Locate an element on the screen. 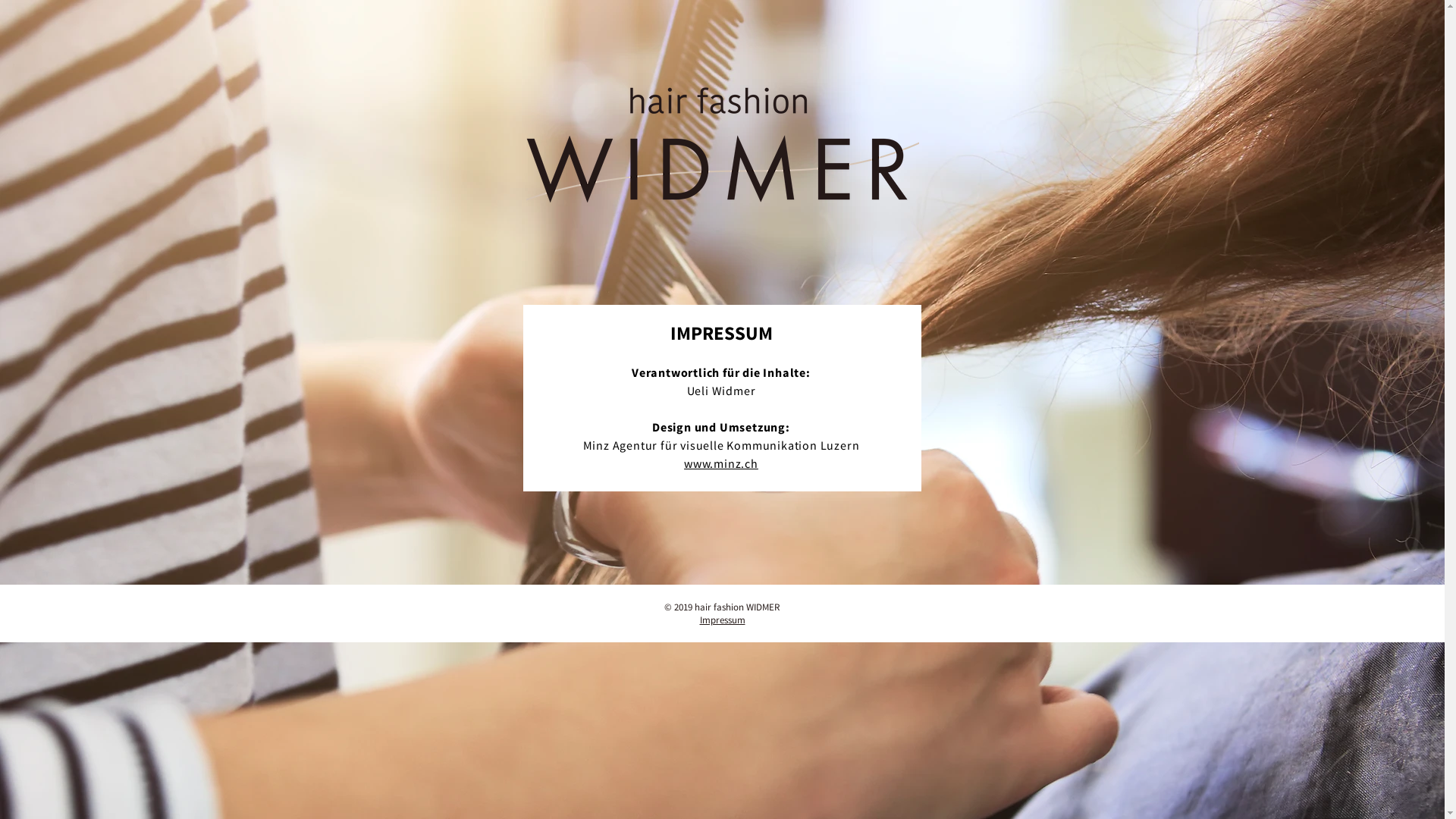 Image resolution: width=1456 pixels, height=819 pixels. 'www.minz.ch' is located at coordinates (720, 462).